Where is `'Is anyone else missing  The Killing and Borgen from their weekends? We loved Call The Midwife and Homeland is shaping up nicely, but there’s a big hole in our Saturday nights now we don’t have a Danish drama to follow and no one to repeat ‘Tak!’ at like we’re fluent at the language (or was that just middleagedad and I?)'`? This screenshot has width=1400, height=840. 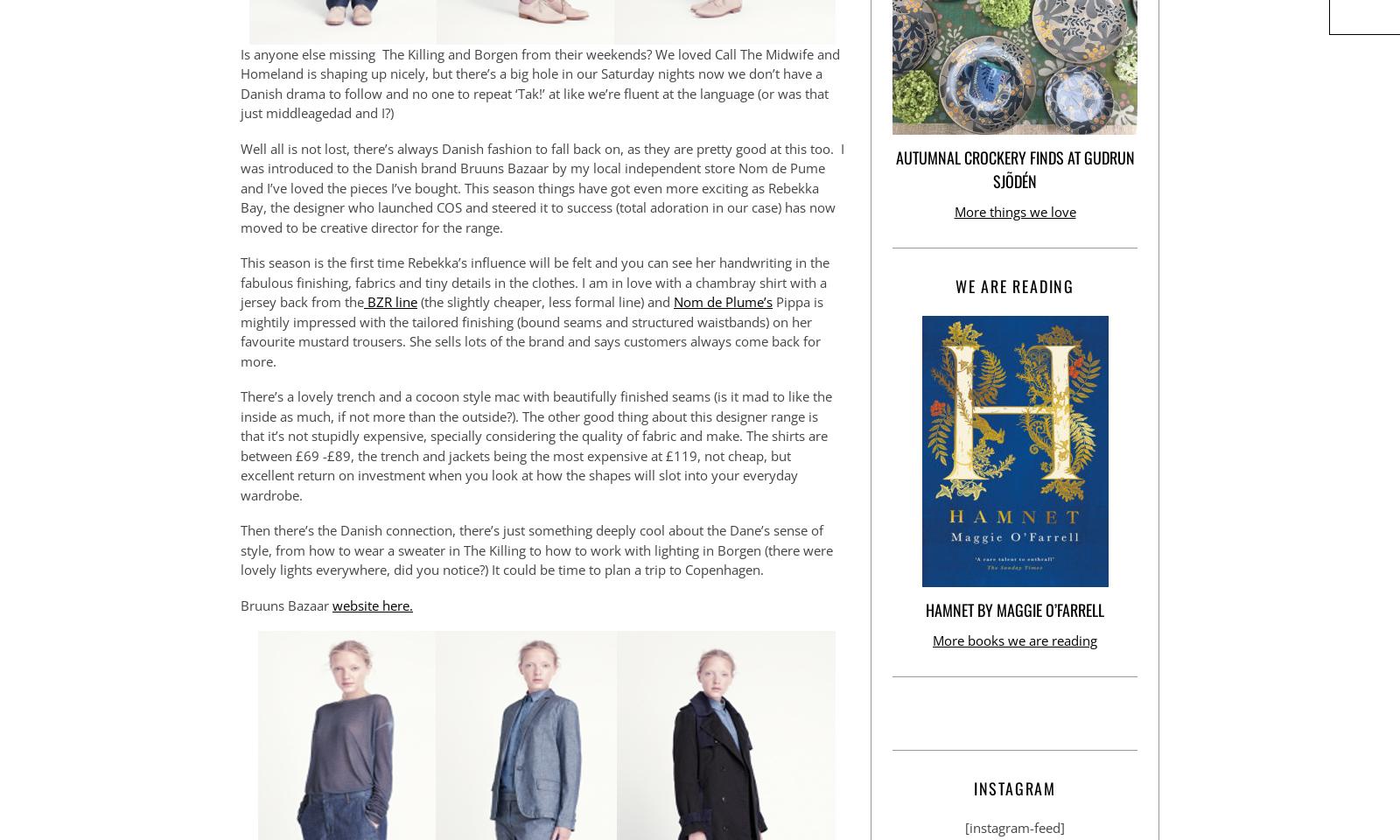 'Is anyone else missing  The Killing and Borgen from their weekends? We loved Call The Midwife and Homeland is shaping up nicely, but there’s a big hole in our Saturday nights now we don’t have a Danish drama to follow and no one to repeat ‘Tak!’ at like we’re fluent at the language (or was that just middleagedad and I?)' is located at coordinates (540, 83).